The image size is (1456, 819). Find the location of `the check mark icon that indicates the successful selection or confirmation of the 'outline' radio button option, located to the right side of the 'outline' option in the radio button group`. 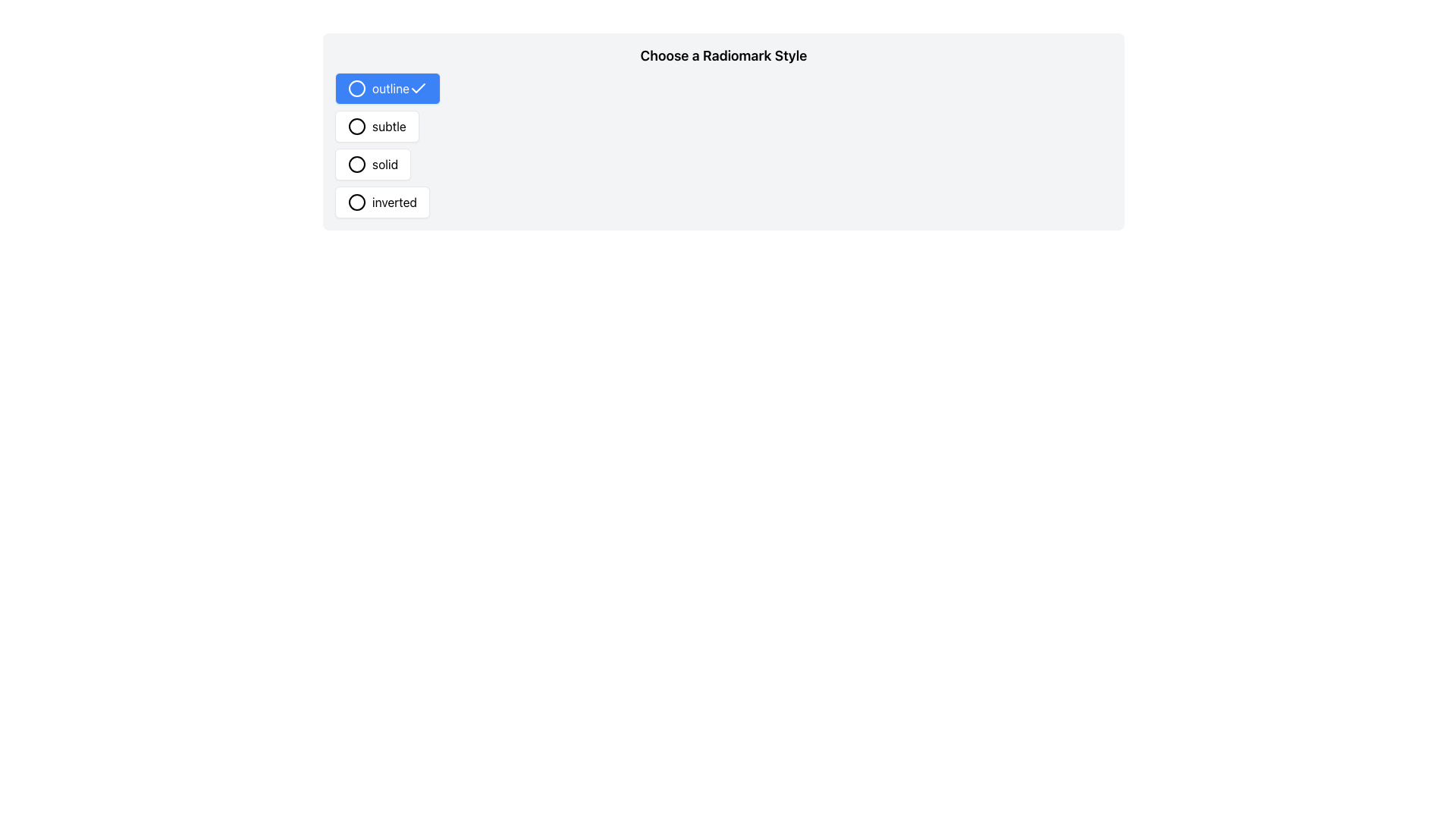

the check mark icon that indicates the successful selection or confirmation of the 'outline' radio button option, located to the right side of the 'outline' option in the radio button group is located at coordinates (418, 88).